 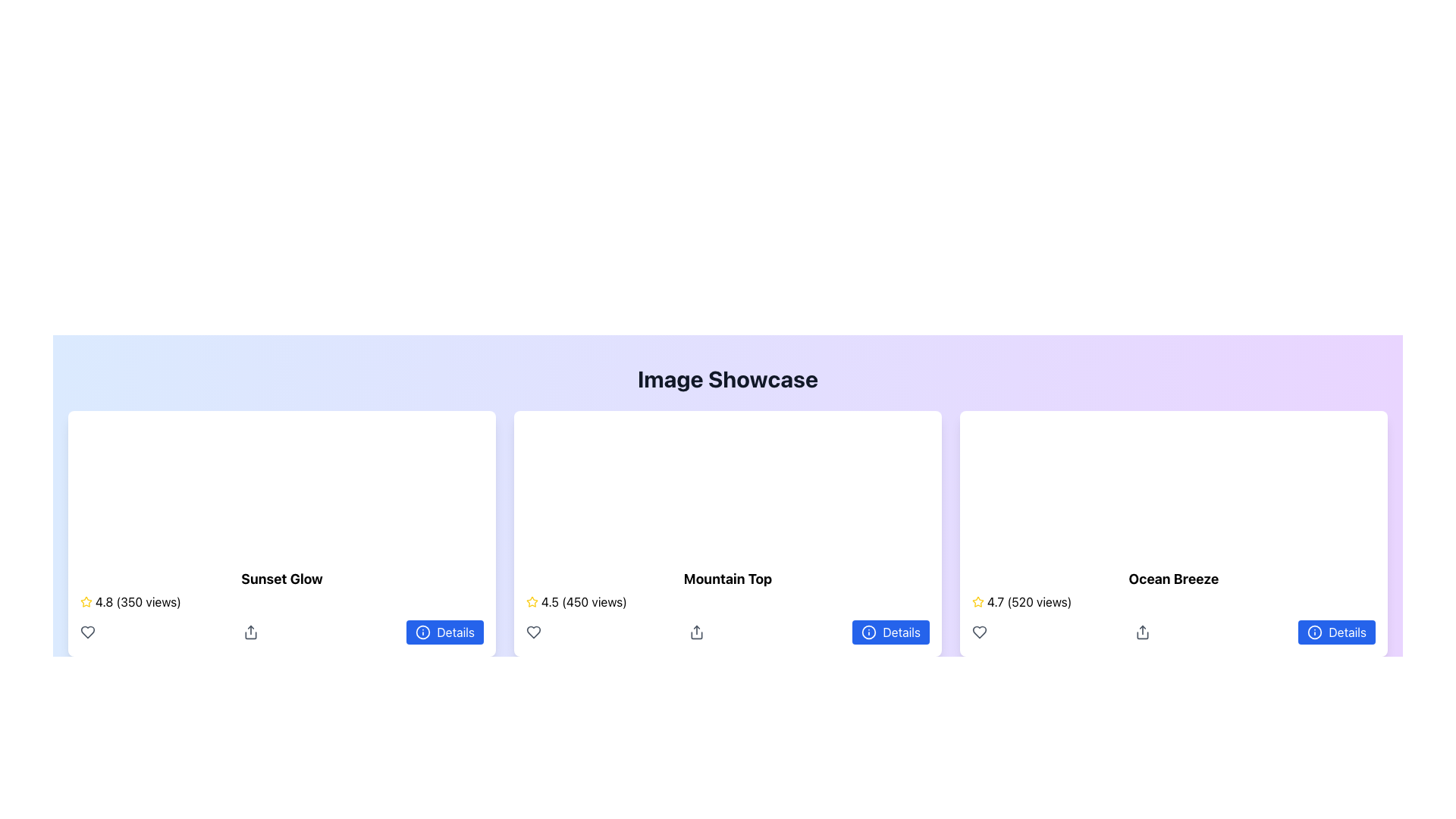 I want to click on the 'Details' button located at the bottom-right corner of the 'Ocean Breeze' item card, so click(x=1337, y=632).